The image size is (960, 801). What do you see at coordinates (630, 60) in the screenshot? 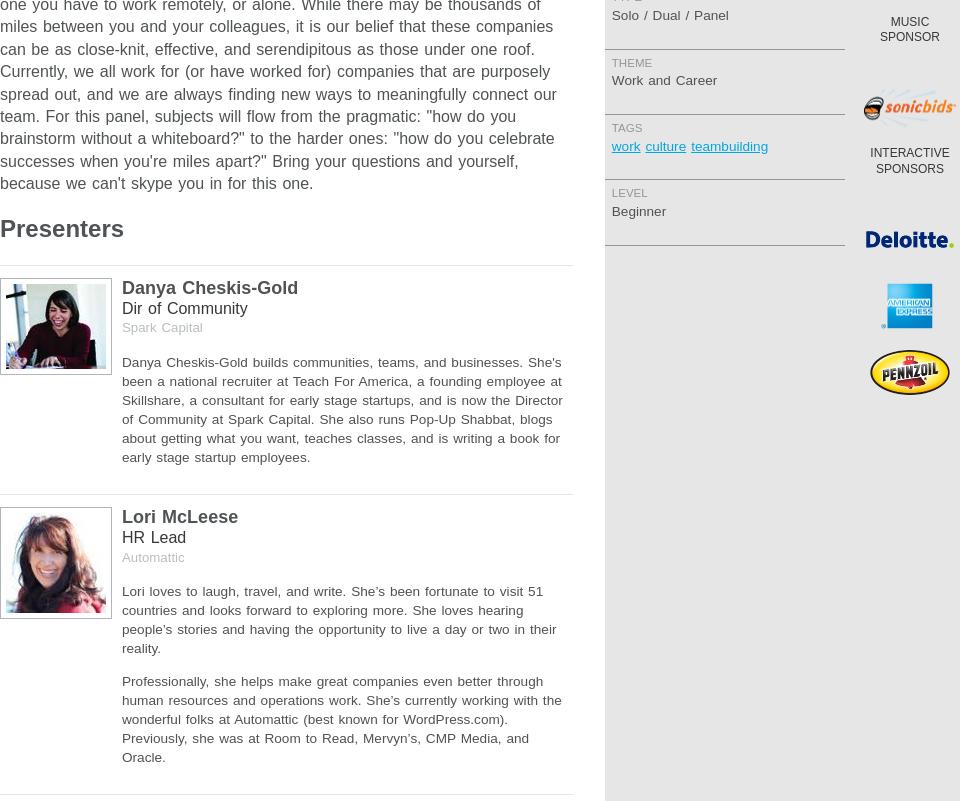
I see `'Theme'` at bounding box center [630, 60].